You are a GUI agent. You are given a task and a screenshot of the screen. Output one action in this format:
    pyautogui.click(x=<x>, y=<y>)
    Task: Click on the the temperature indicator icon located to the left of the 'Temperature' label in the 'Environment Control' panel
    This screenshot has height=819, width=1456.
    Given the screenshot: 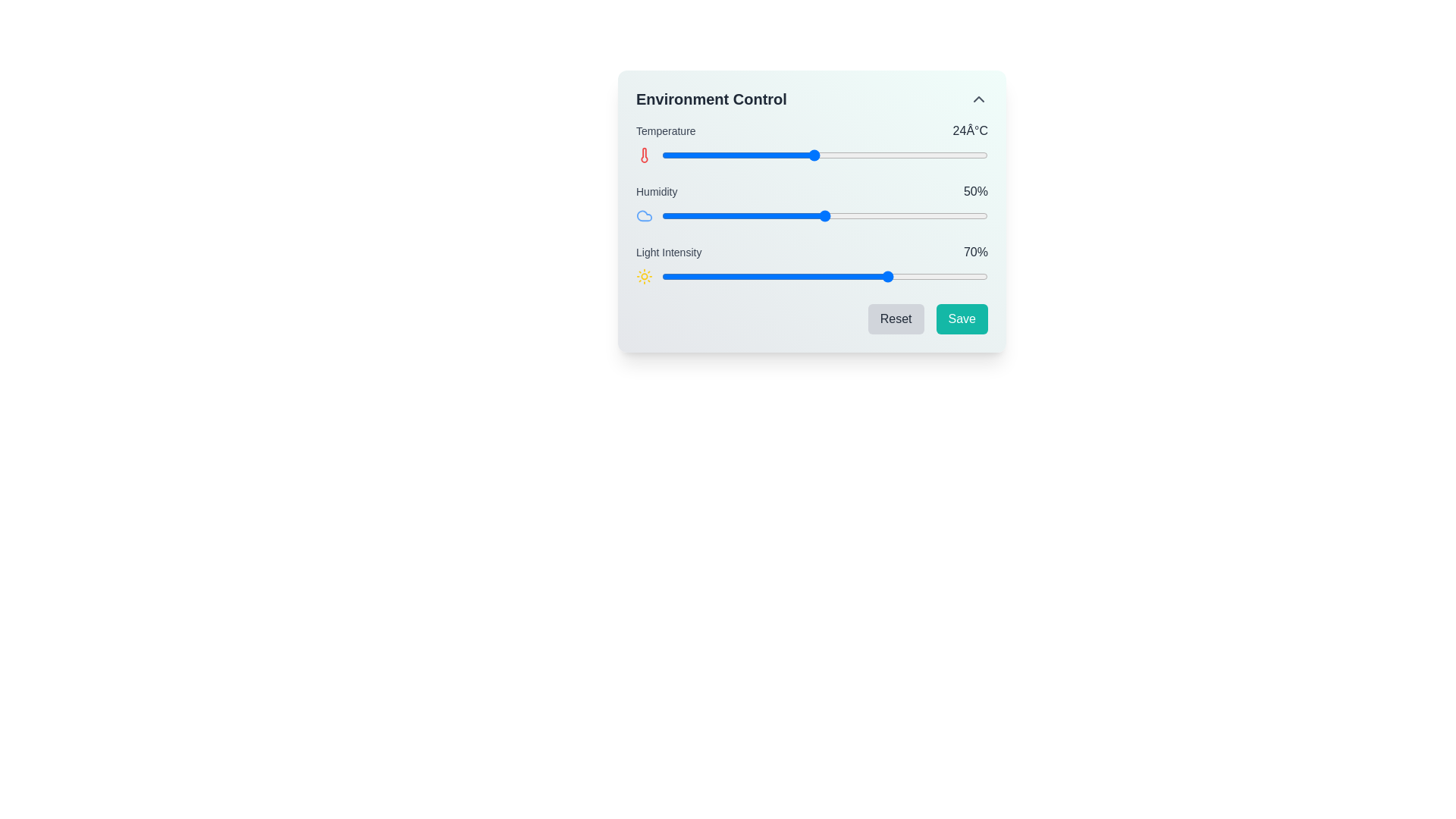 What is the action you would take?
    pyautogui.click(x=645, y=155)
    